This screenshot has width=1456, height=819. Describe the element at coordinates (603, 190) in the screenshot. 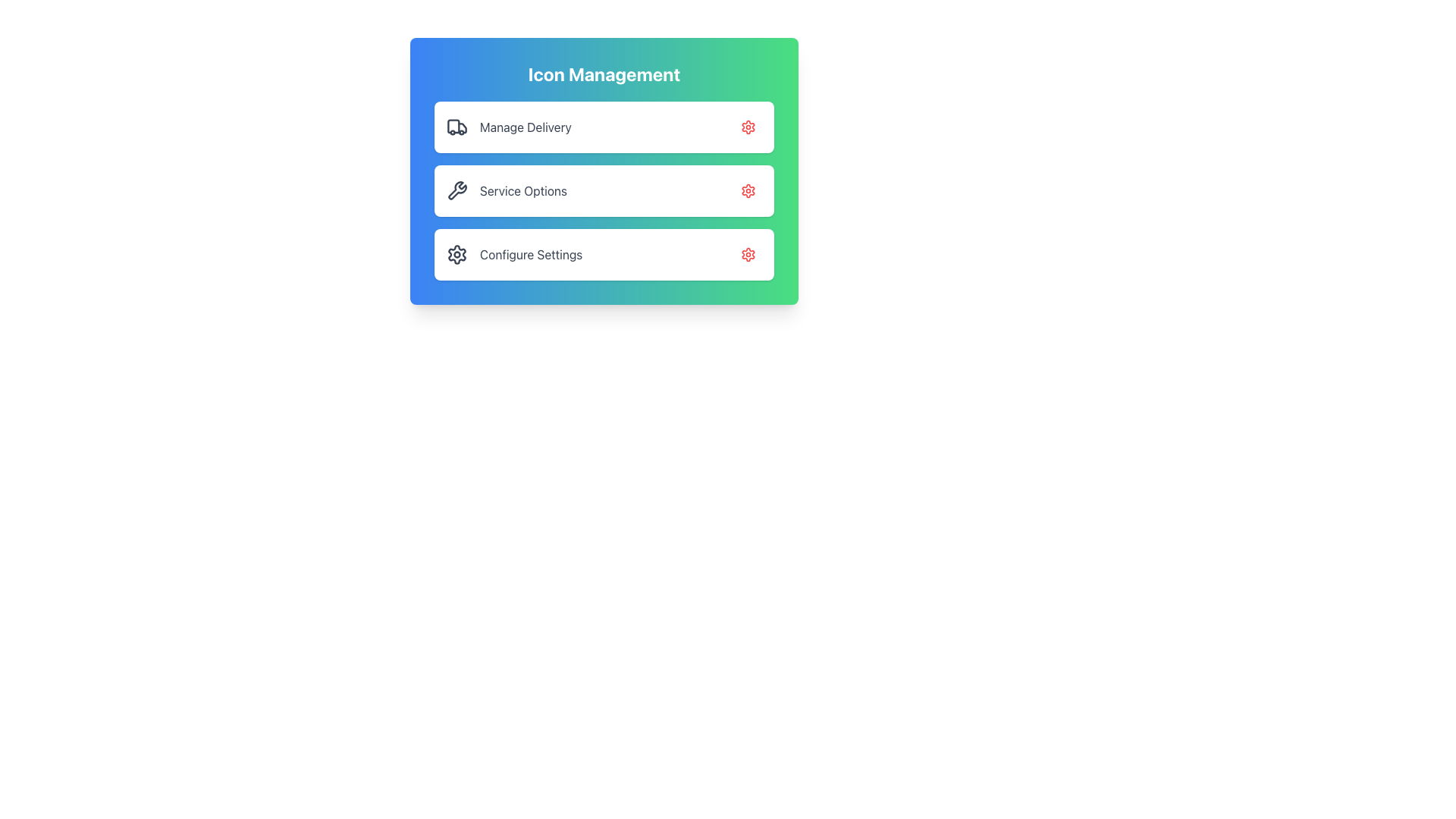

I see `the middle panel item in the vertical stack of service-related settings options, positioned between 'Manage Delivery' and 'Configure Settings'` at that location.